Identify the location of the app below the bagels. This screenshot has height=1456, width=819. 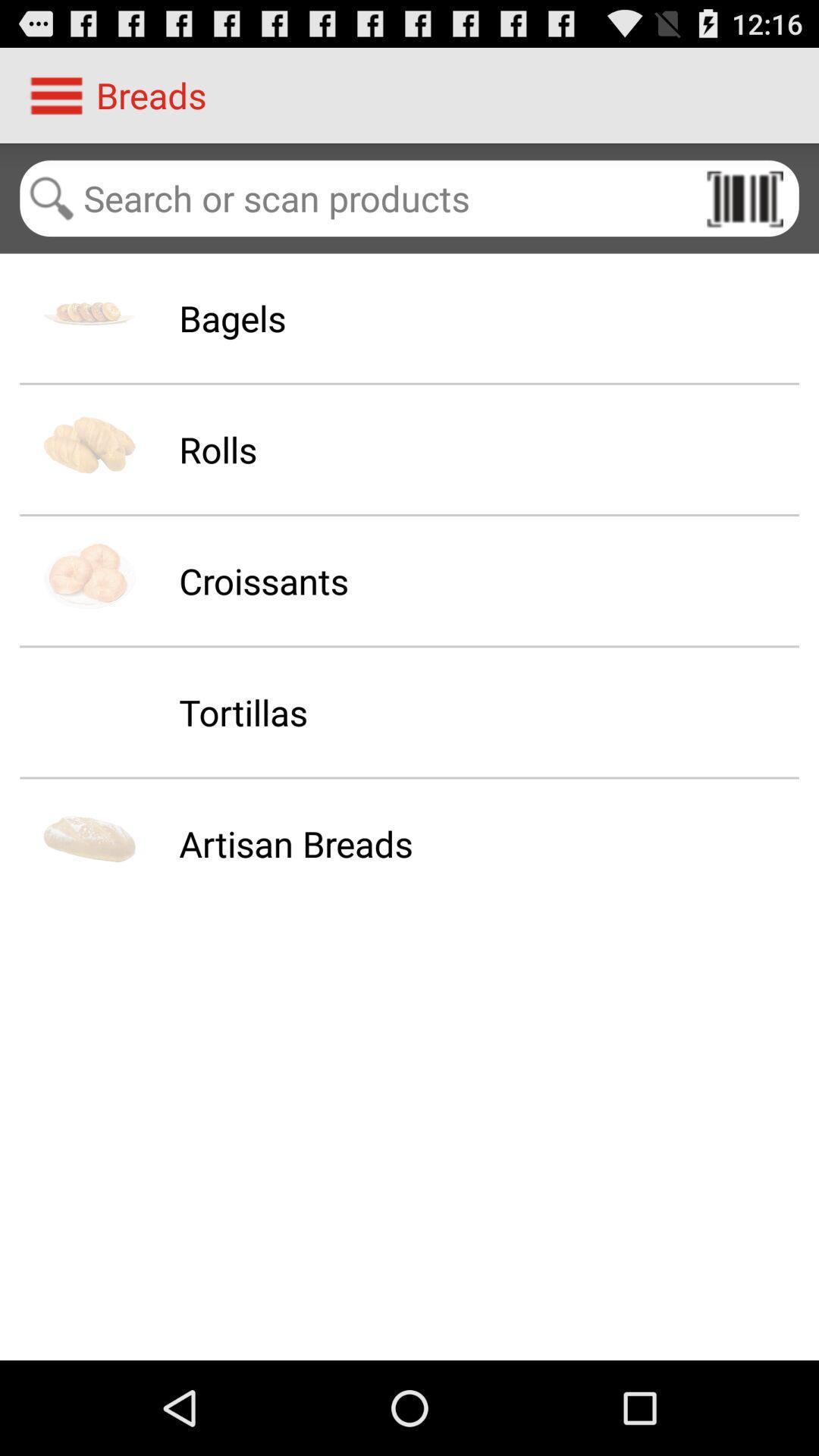
(218, 448).